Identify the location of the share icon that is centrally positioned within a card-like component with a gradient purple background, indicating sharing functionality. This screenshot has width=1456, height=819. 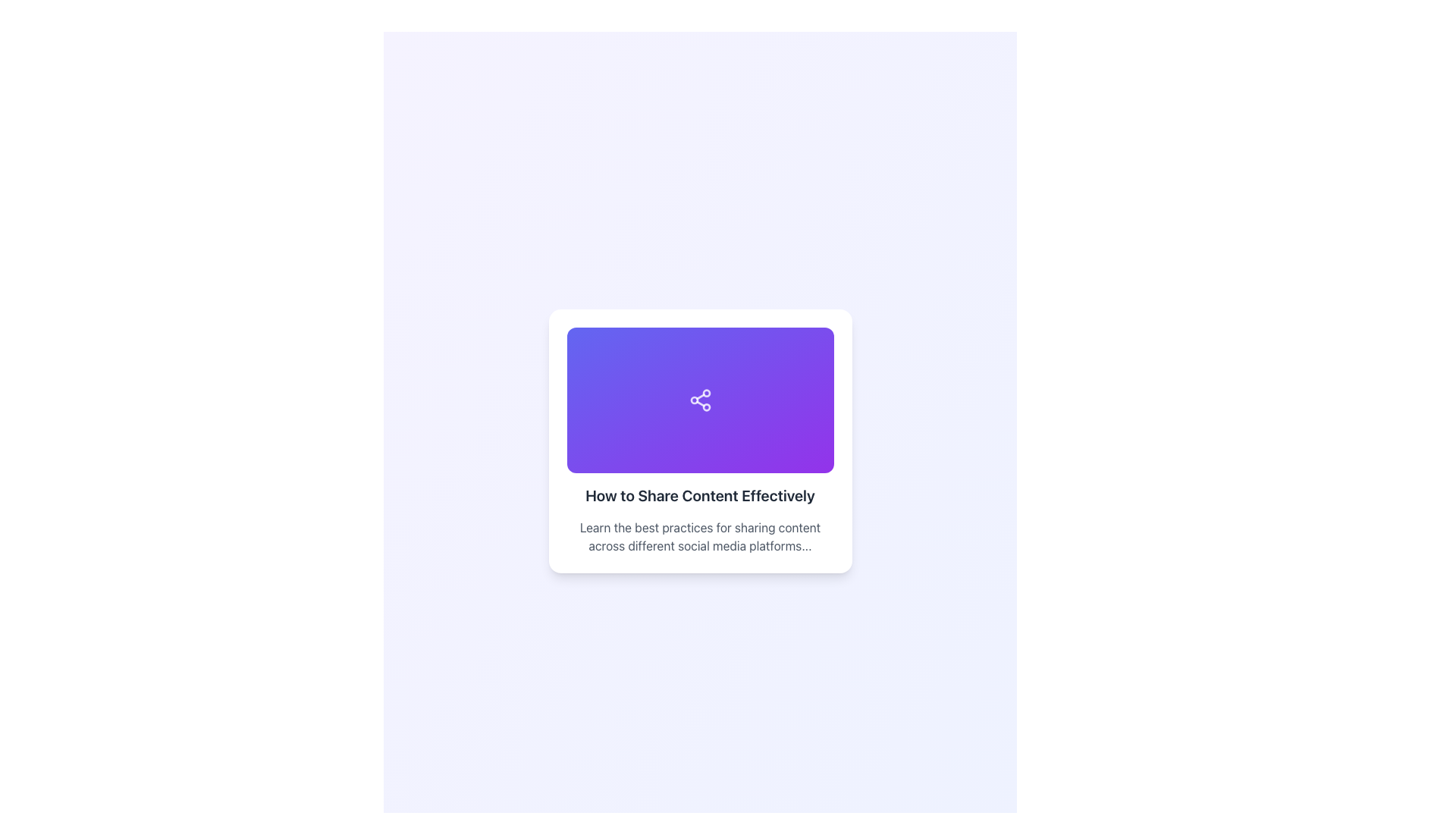
(699, 400).